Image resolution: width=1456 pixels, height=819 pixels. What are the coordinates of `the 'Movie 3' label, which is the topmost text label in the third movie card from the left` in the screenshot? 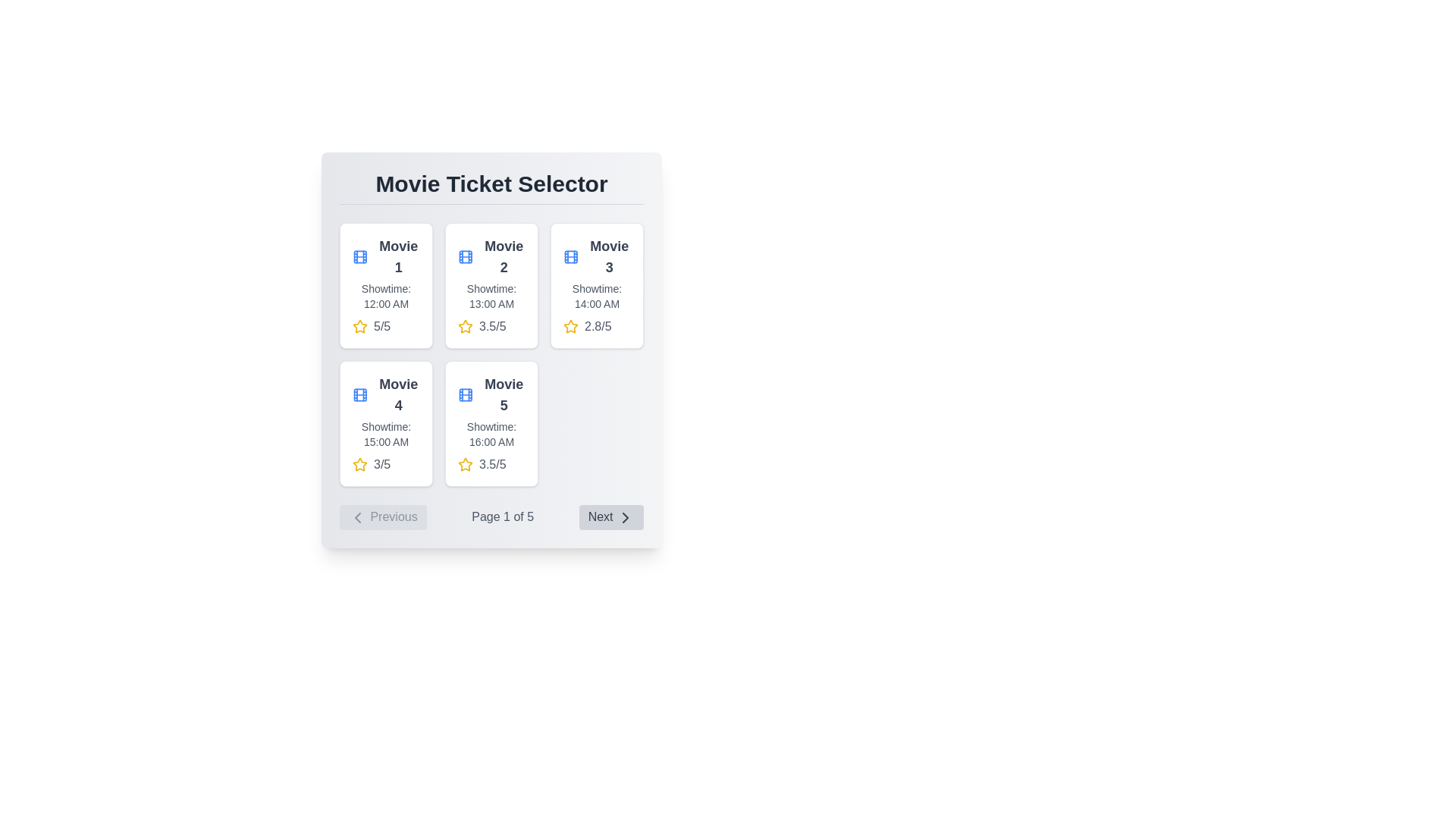 It's located at (609, 256).